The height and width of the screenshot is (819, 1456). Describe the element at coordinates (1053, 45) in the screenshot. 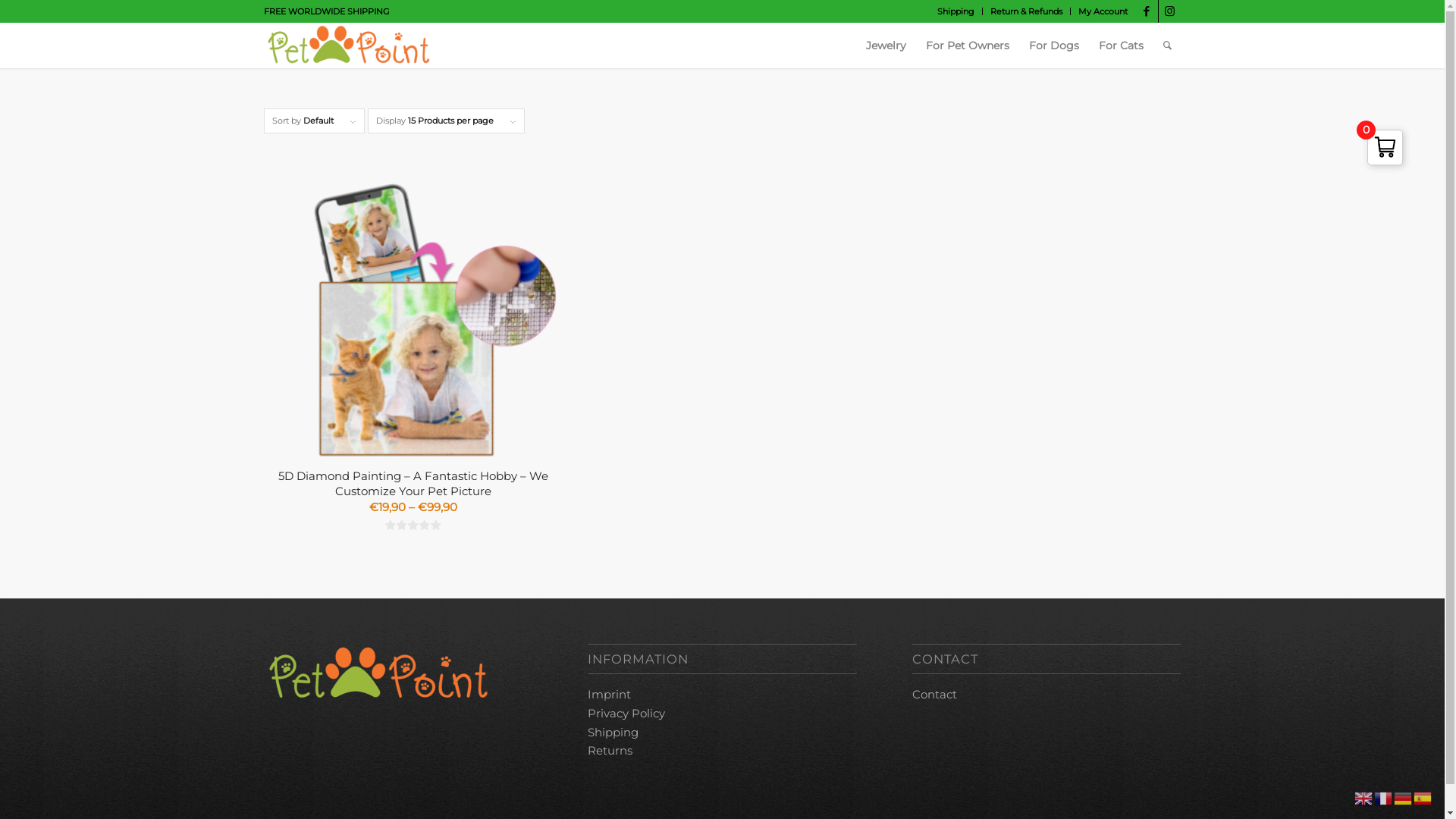

I see `'For Dogs'` at that location.